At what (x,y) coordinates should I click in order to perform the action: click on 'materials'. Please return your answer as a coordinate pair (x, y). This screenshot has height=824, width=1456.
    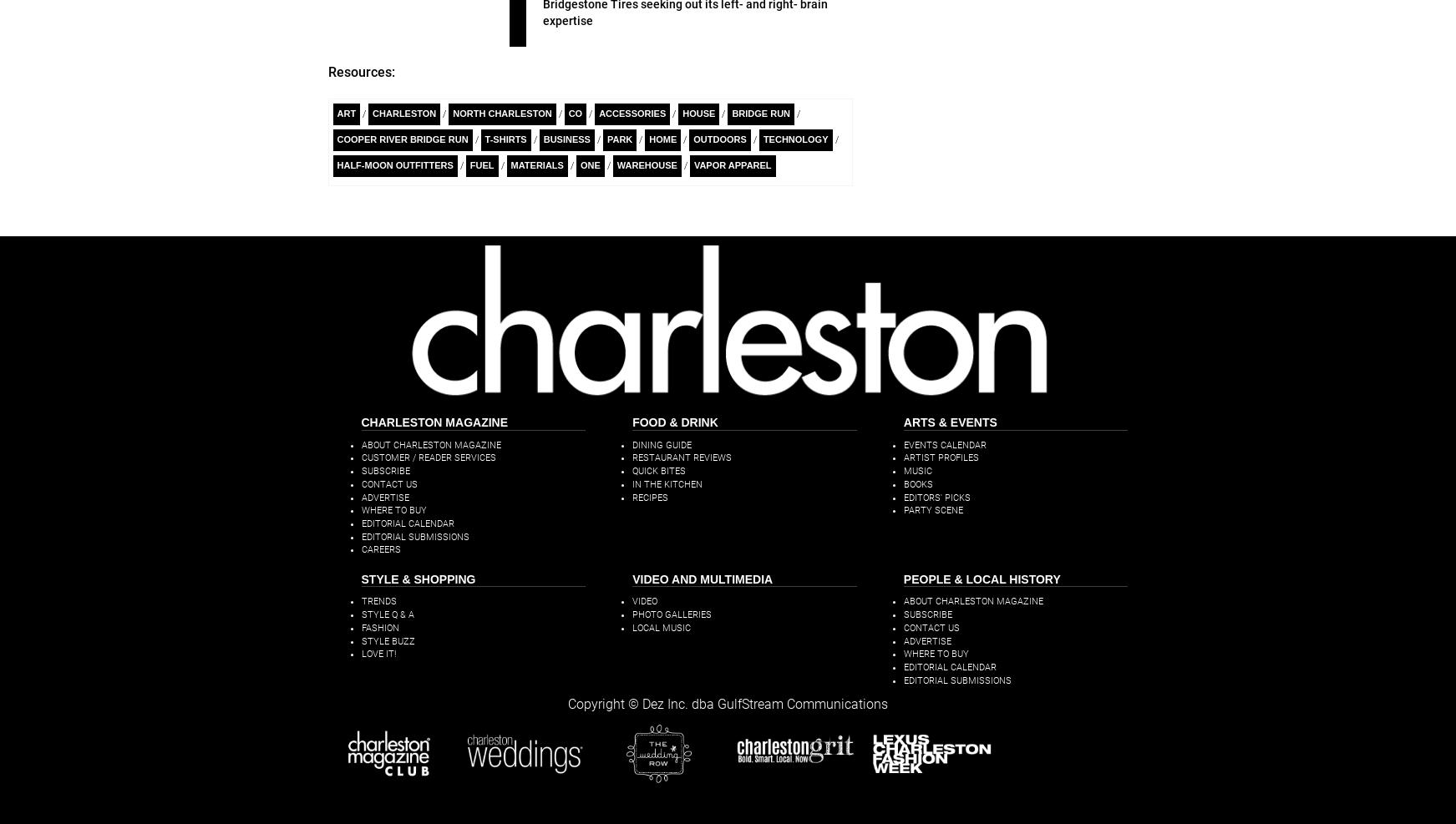
    Looking at the image, I should click on (509, 164).